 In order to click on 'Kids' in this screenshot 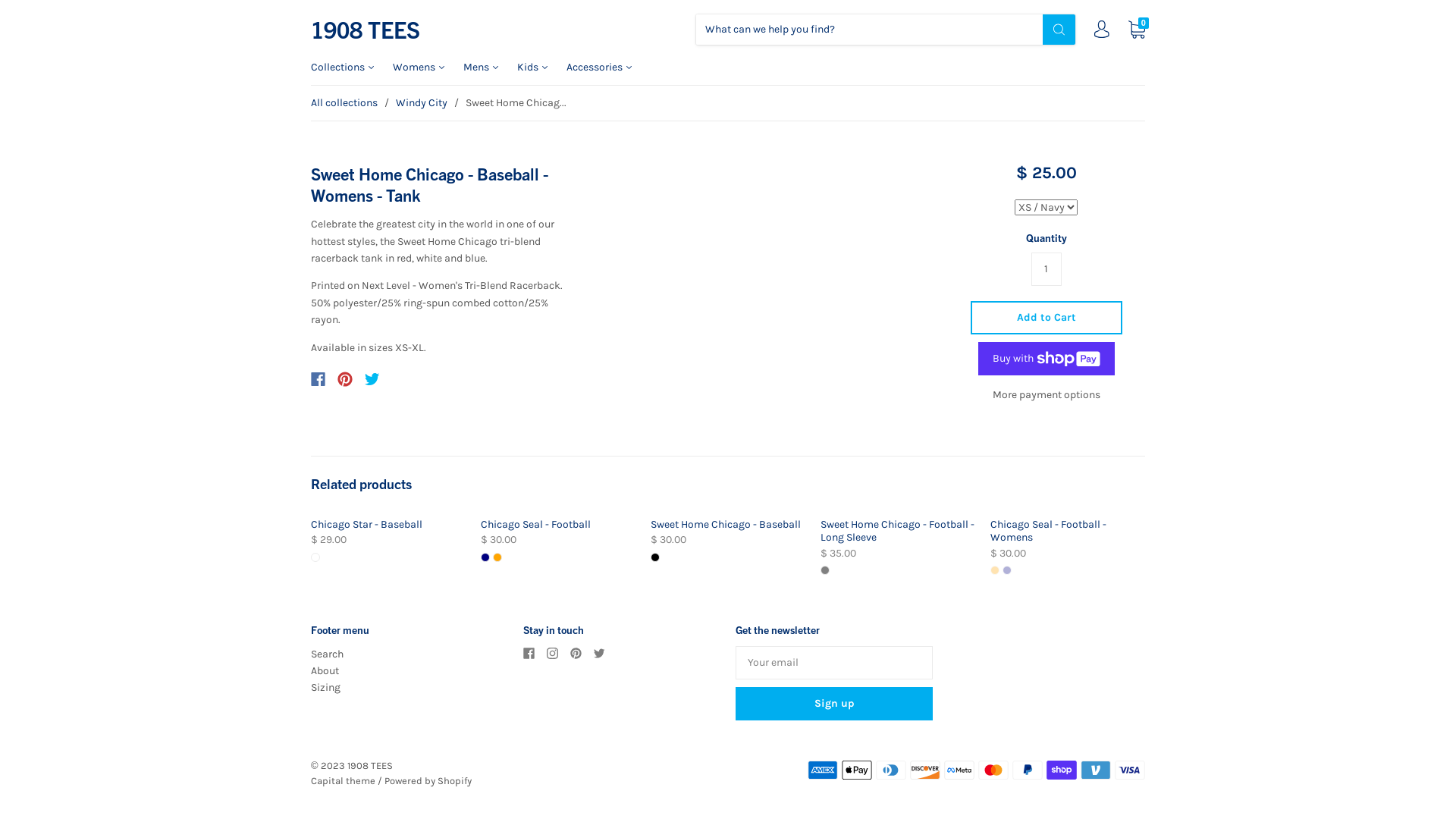, I will do `click(541, 66)`.